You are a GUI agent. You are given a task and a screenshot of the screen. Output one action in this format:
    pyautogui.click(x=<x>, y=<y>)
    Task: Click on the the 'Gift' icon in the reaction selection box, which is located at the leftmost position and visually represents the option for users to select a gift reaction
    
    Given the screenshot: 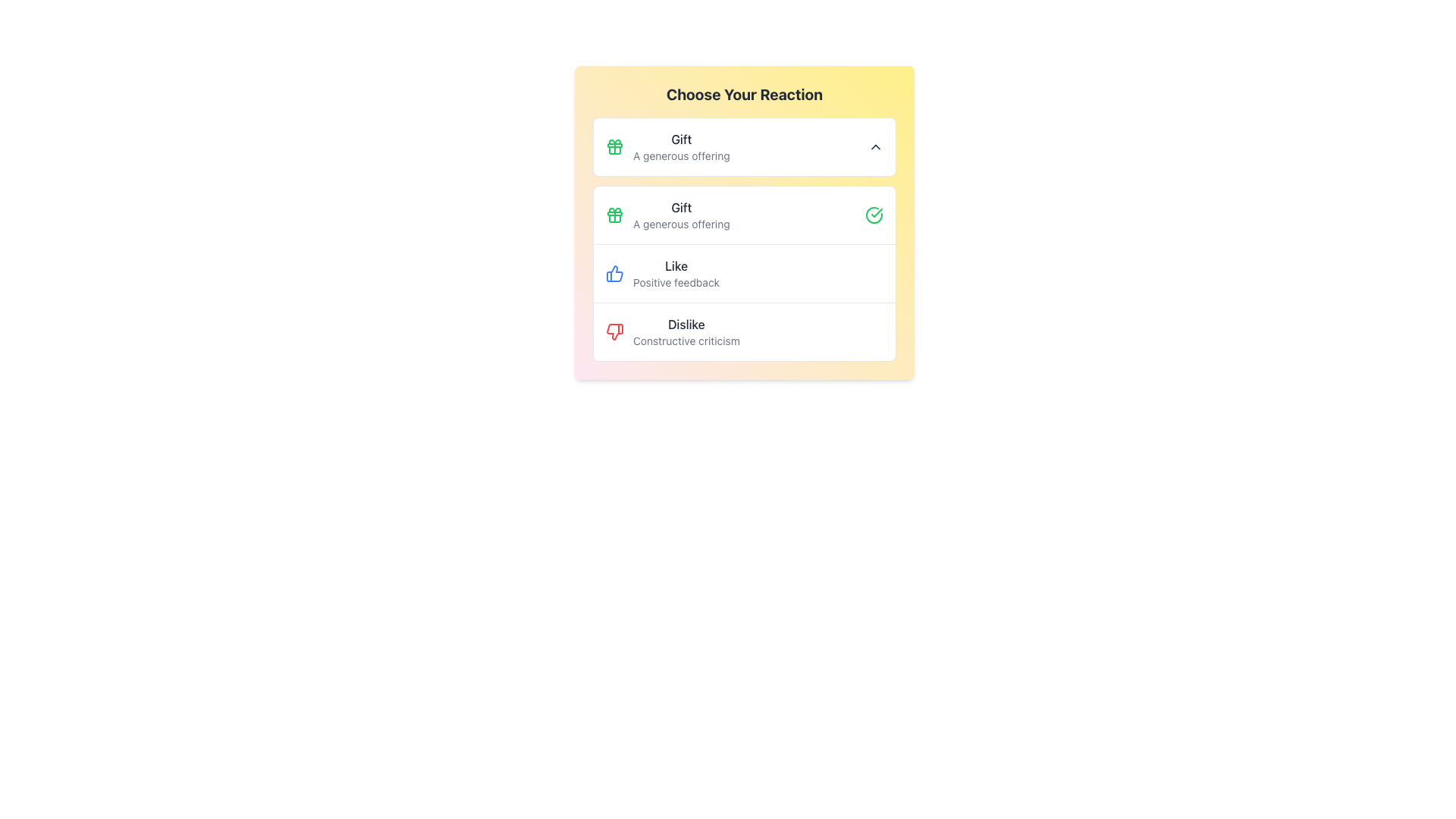 What is the action you would take?
    pyautogui.click(x=615, y=146)
    